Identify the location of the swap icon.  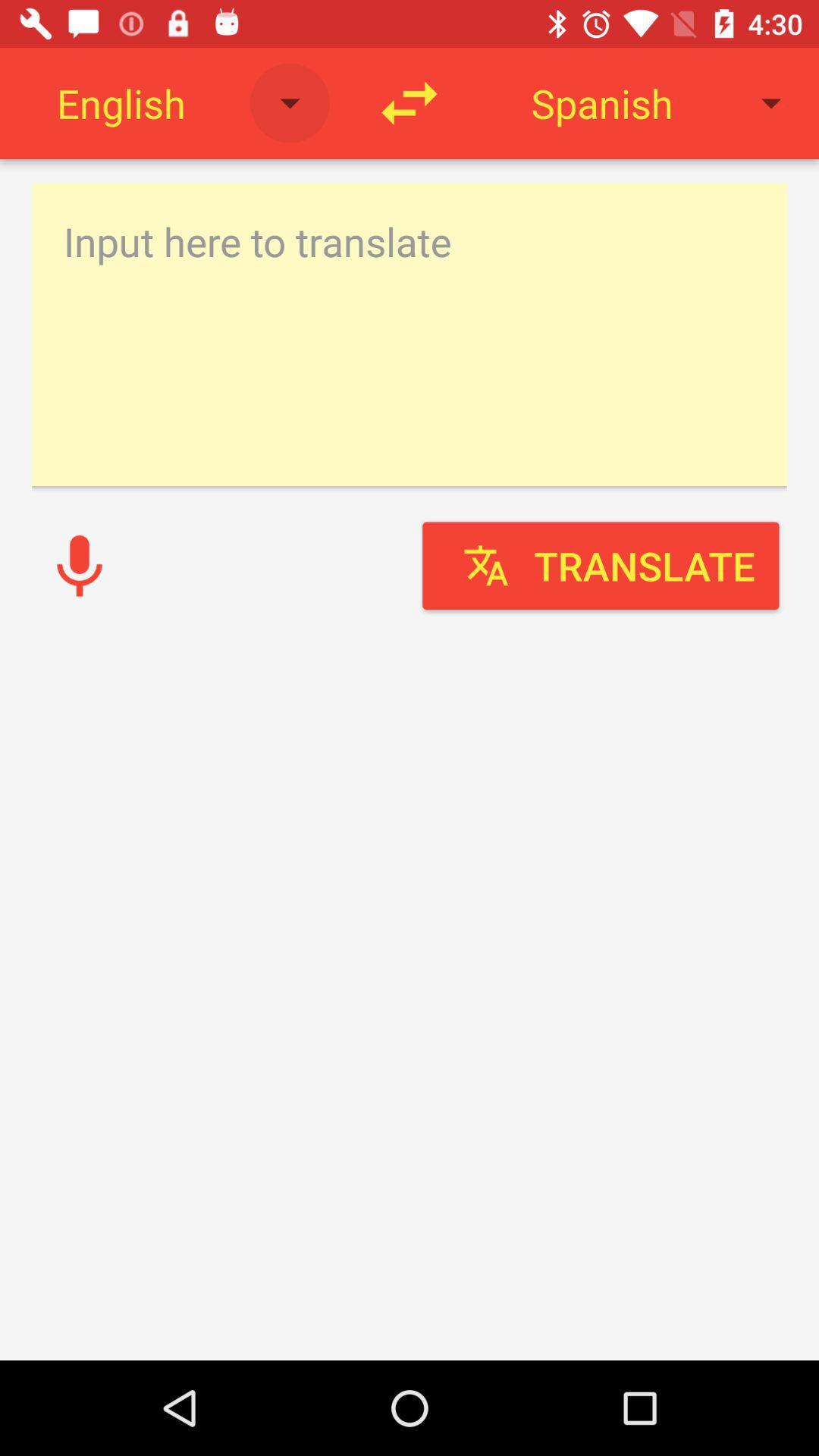
(409, 102).